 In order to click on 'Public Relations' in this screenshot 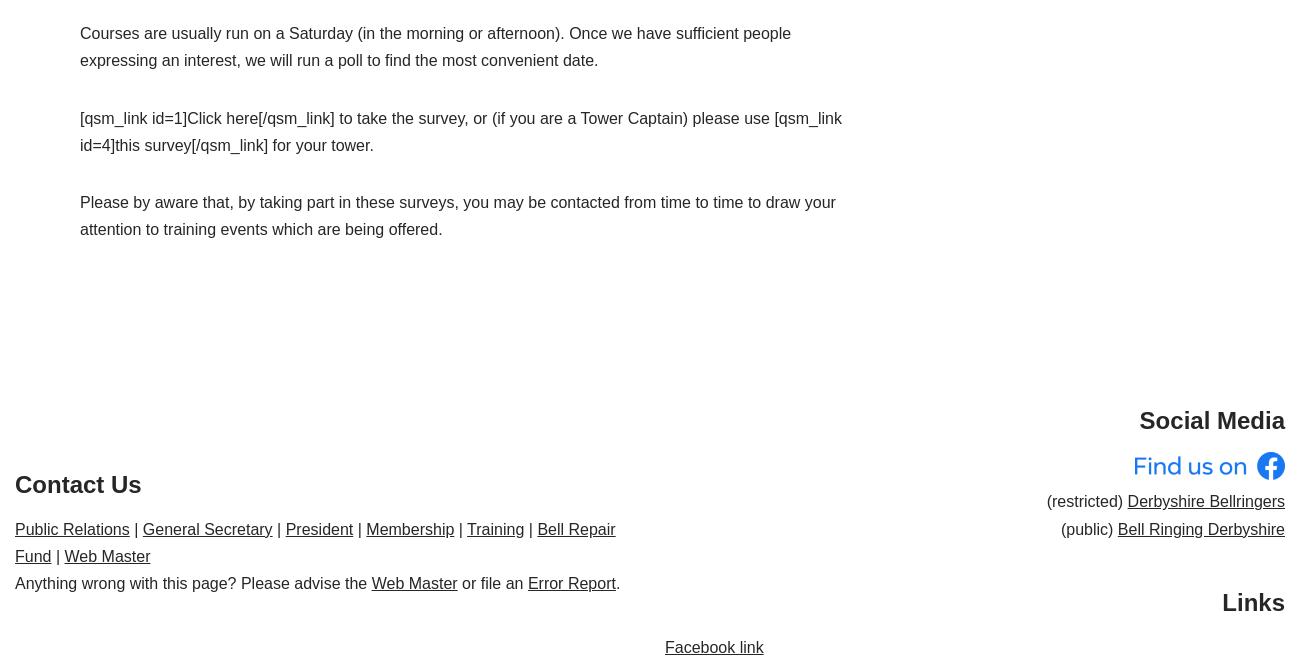, I will do `click(72, 528)`.